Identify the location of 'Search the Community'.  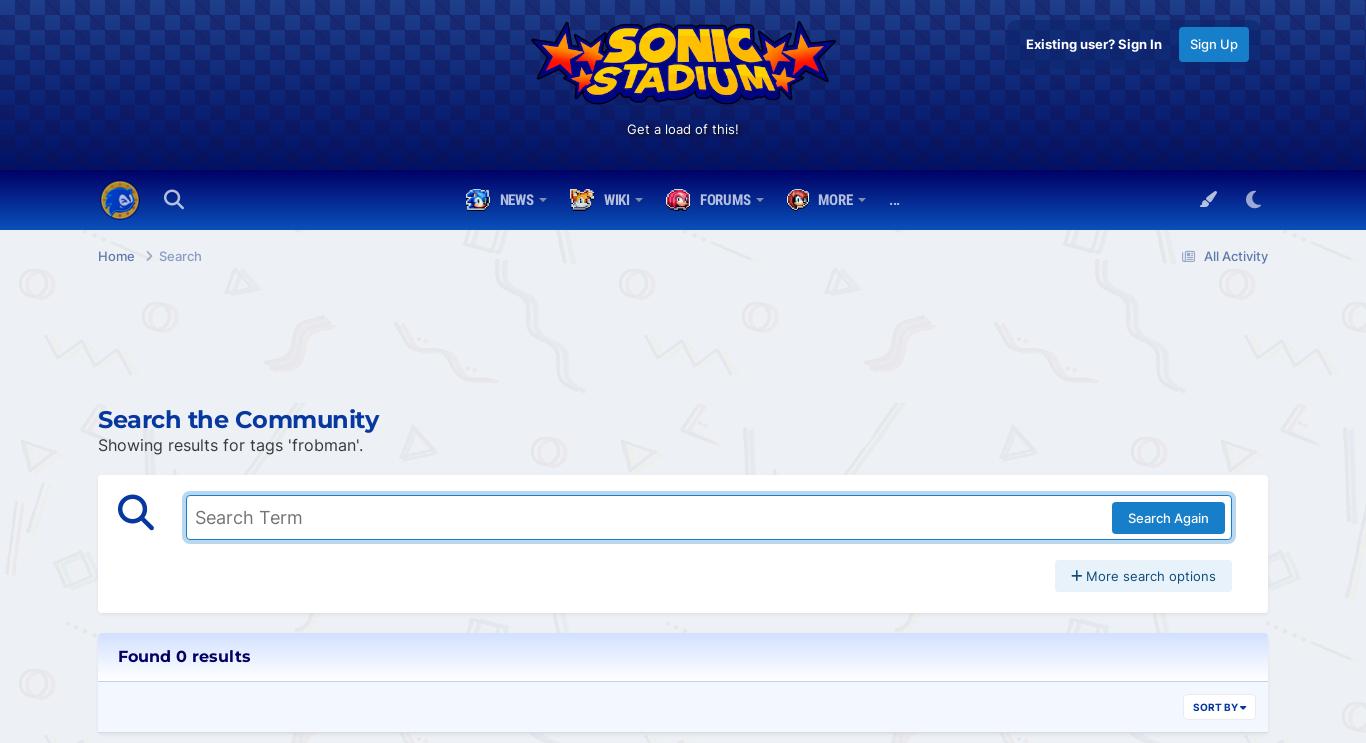
(237, 419).